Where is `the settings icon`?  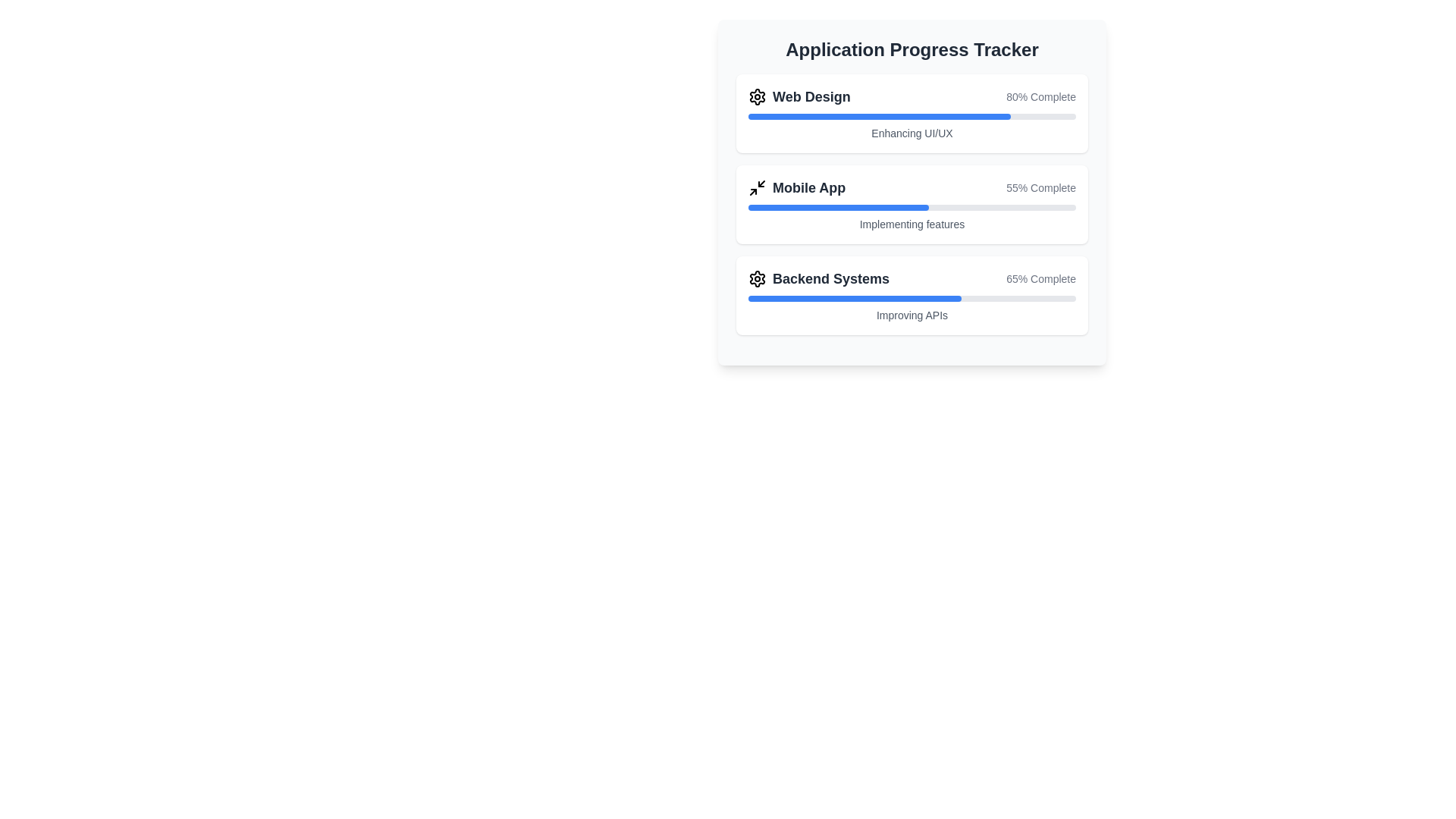
the settings icon is located at coordinates (757, 96).